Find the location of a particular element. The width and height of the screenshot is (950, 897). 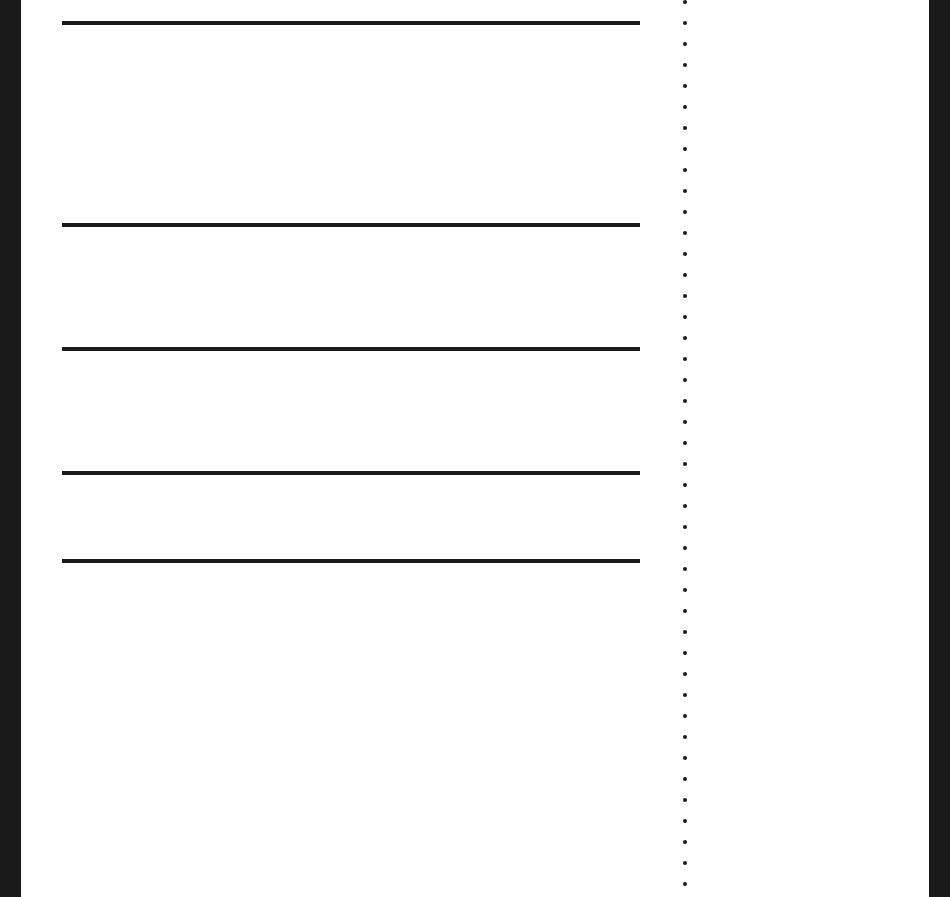

'May 2008' is located at coordinates (722, 293).